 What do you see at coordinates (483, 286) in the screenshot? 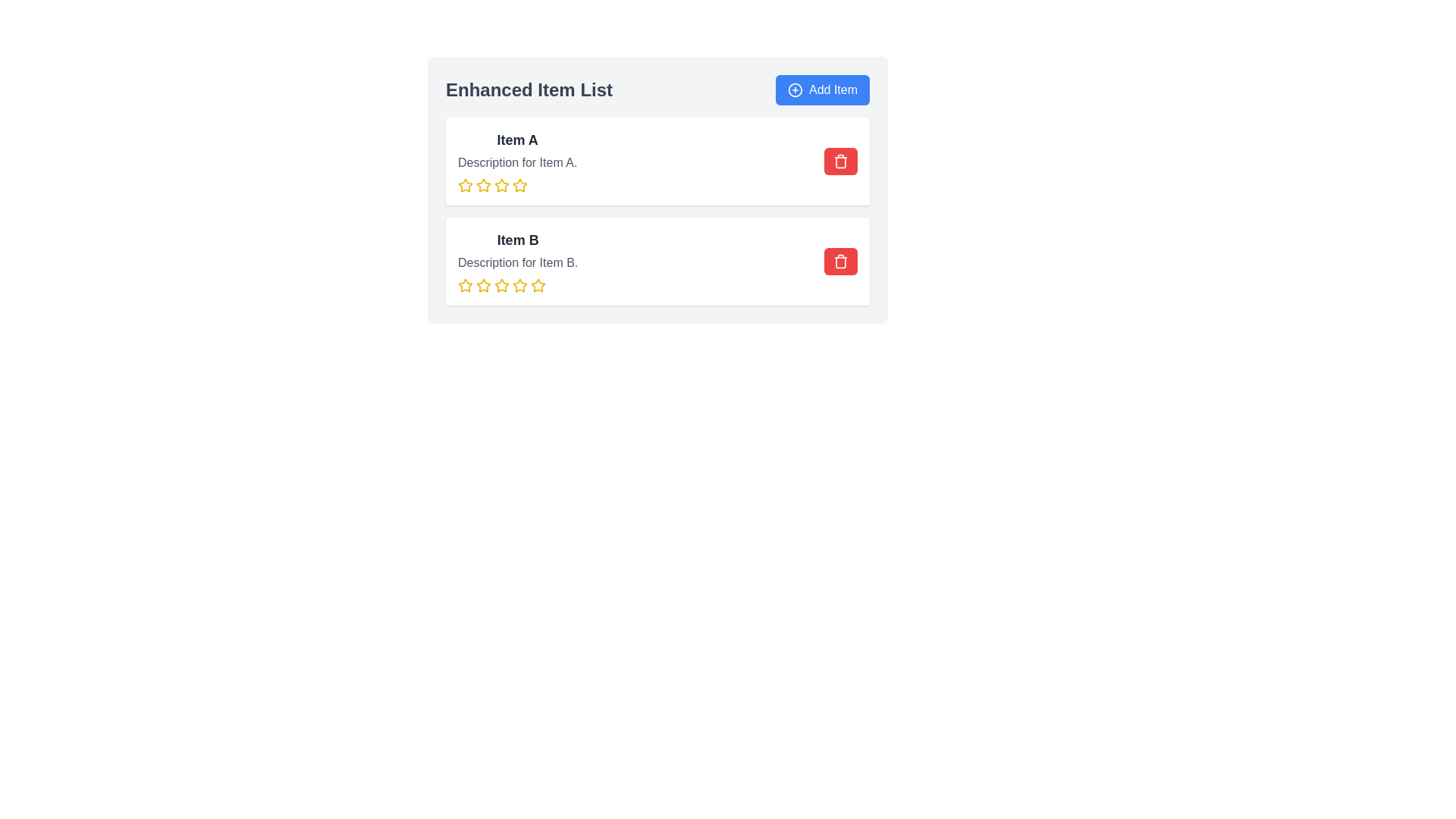
I see `the second star icon in the rating control for 'Item B', which has a yellow outline and is positioned between the first star and the remaining three stars` at bounding box center [483, 286].